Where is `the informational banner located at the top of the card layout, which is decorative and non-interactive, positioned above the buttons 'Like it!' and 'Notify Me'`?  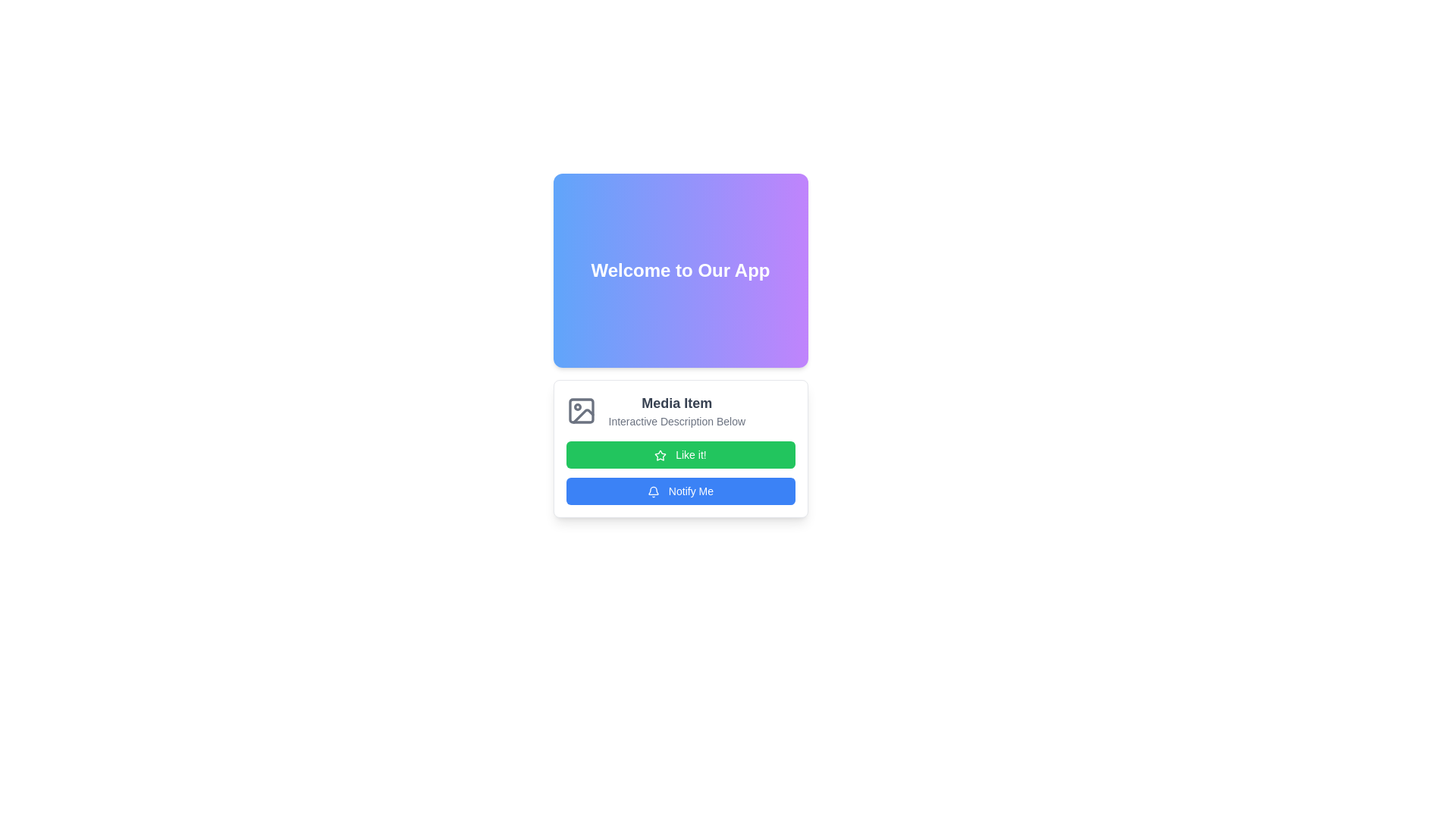
the informational banner located at the top of the card layout, which is decorative and non-interactive, positioned above the buttons 'Like it!' and 'Notify Me' is located at coordinates (679, 345).